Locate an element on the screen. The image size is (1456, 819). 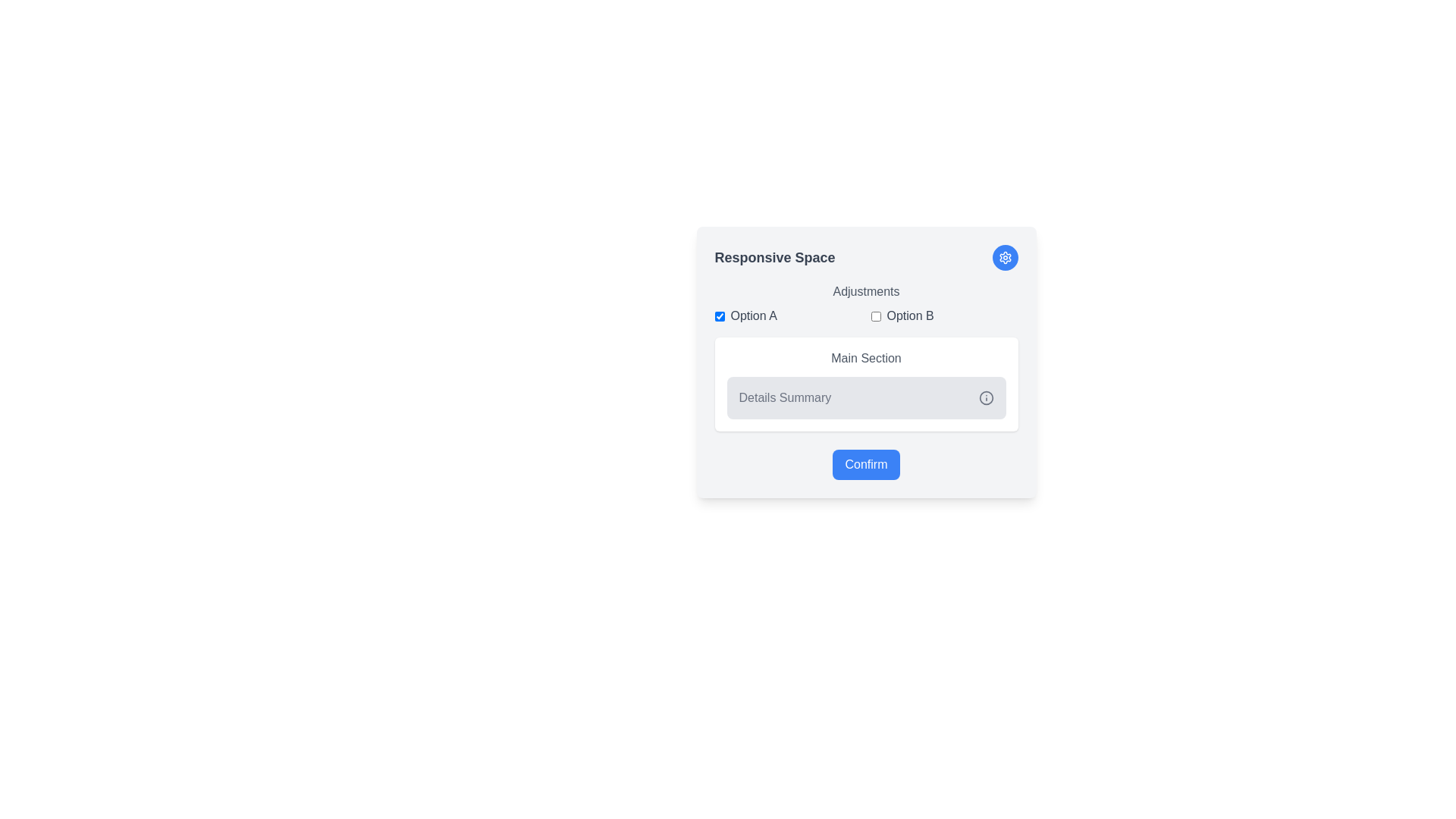
text of the label that is positioned to the right of the associated checkbox in the 'Adjustments' section of the modal box is located at coordinates (754, 315).